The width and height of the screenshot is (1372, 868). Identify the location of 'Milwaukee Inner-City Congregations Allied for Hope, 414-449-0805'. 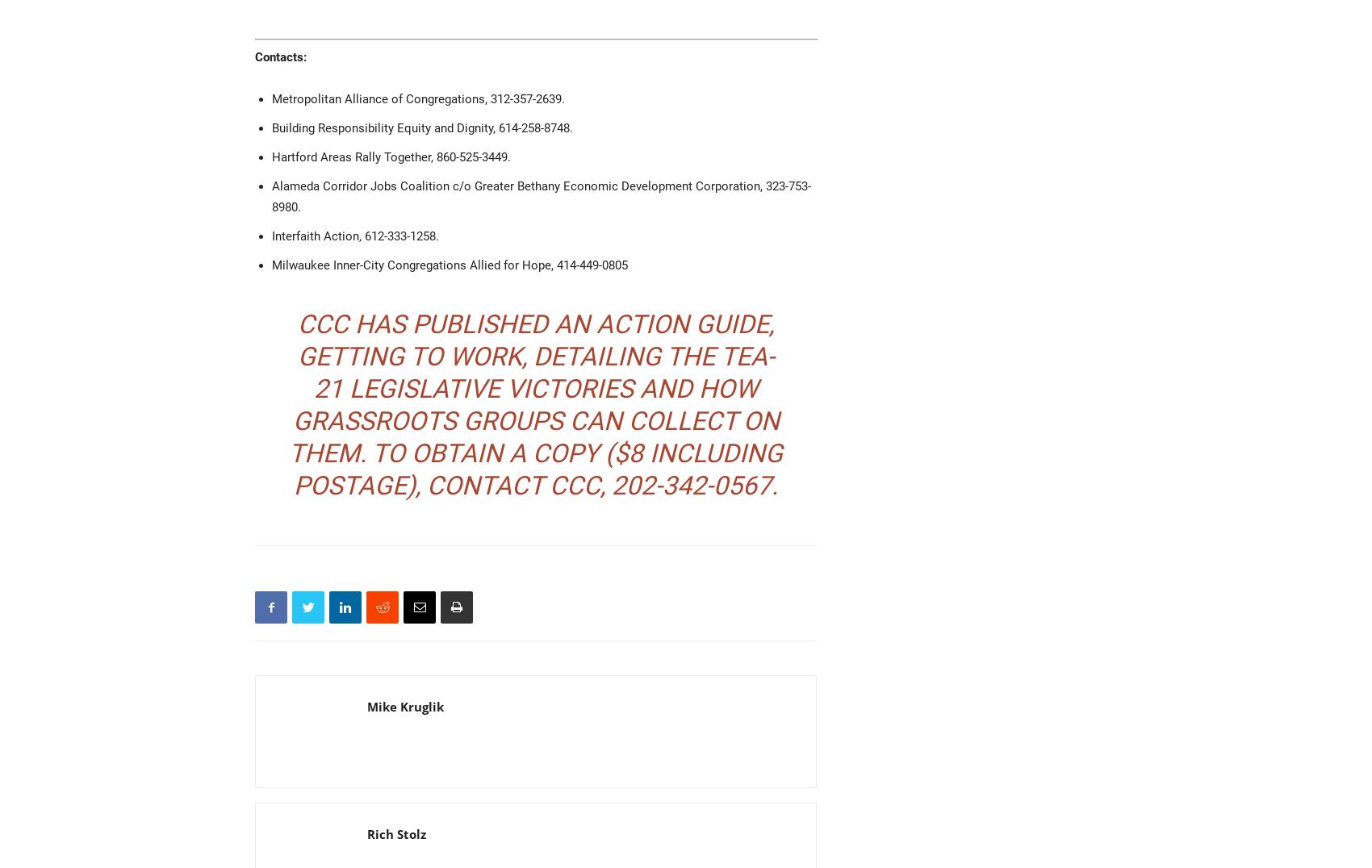
(270, 265).